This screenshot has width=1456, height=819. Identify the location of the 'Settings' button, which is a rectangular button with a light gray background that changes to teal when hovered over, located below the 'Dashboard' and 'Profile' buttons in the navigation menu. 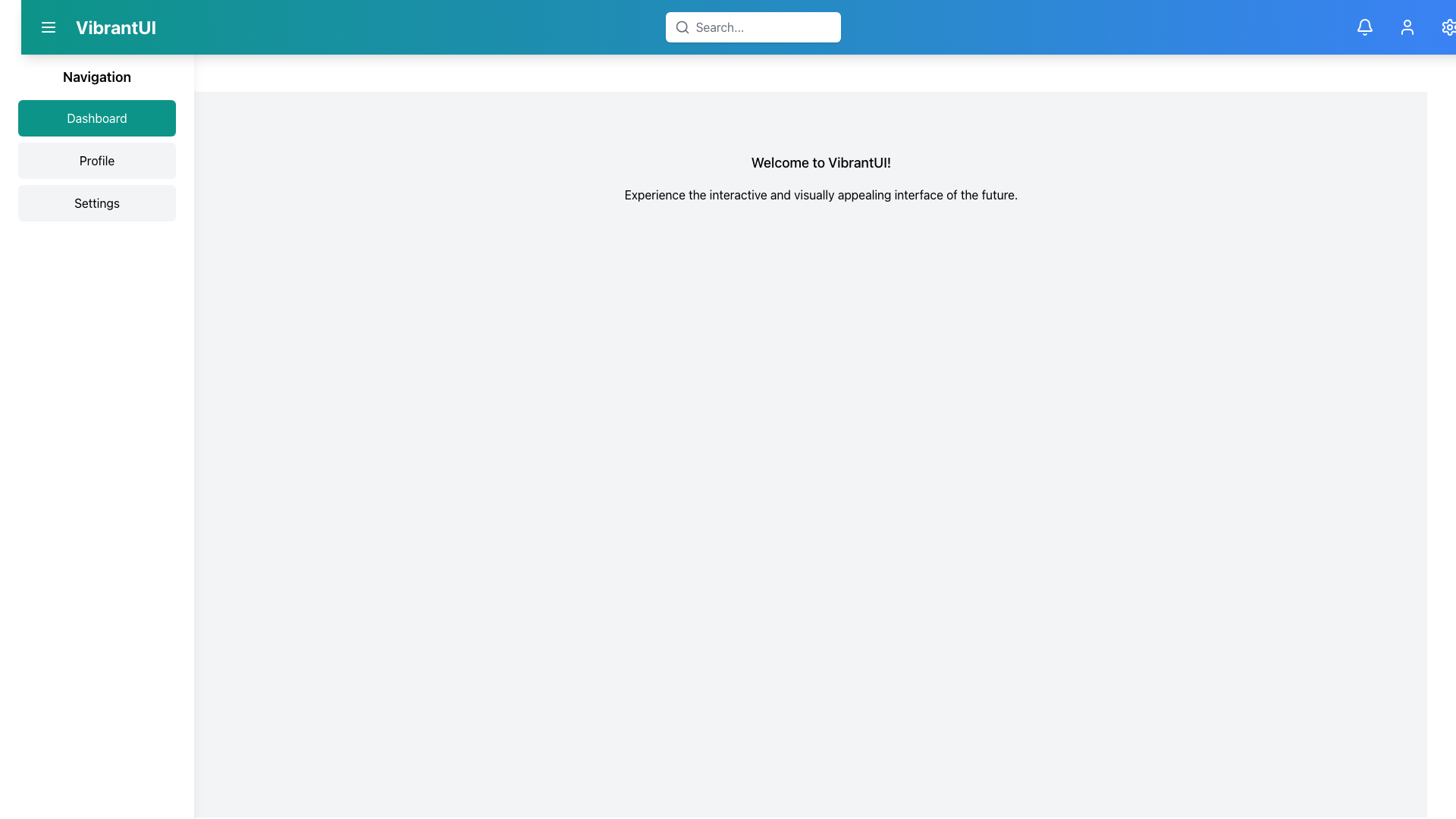
(96, 202).